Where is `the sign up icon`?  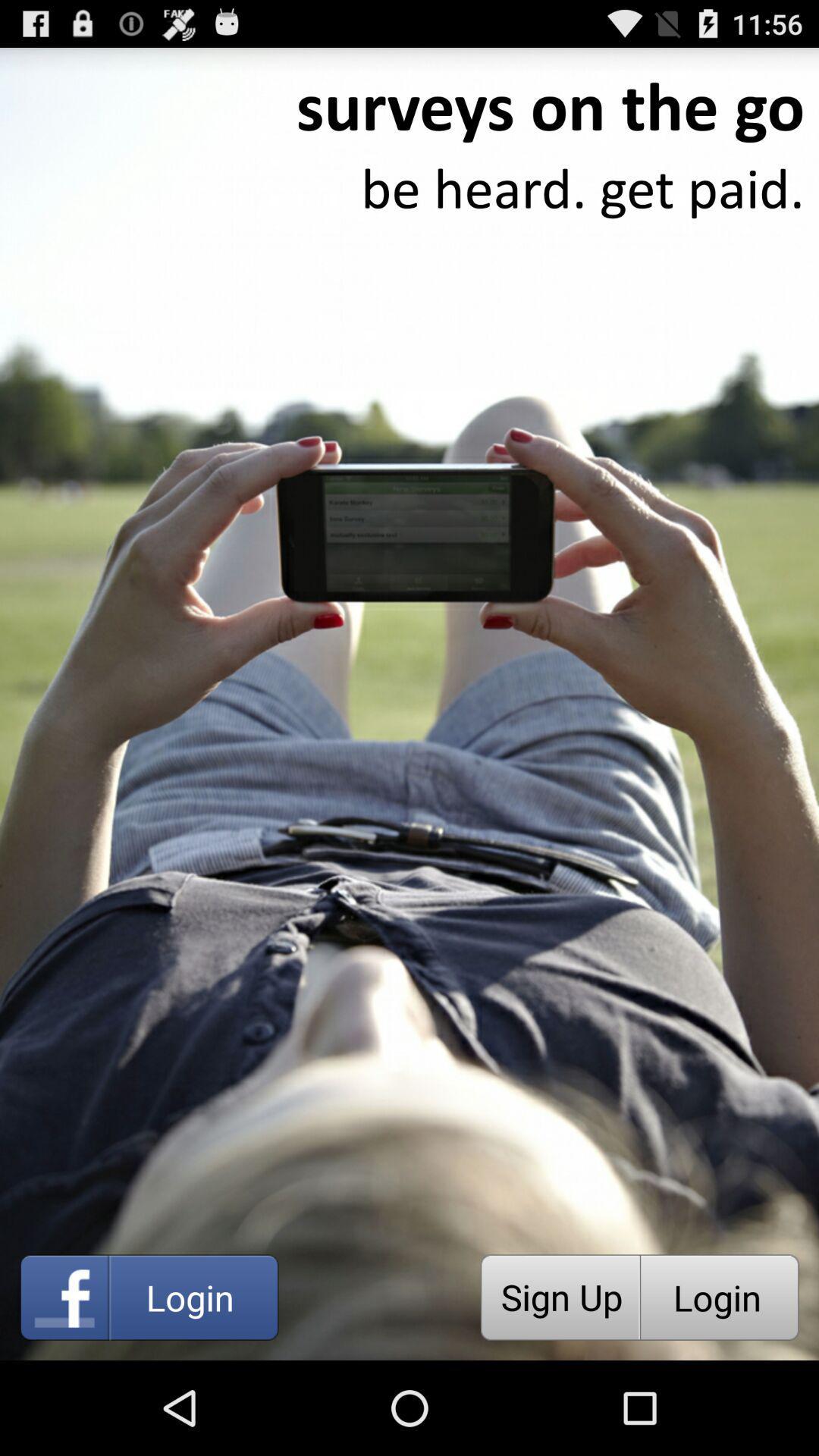
the sign up icon is located at coordinates (560, 1297).